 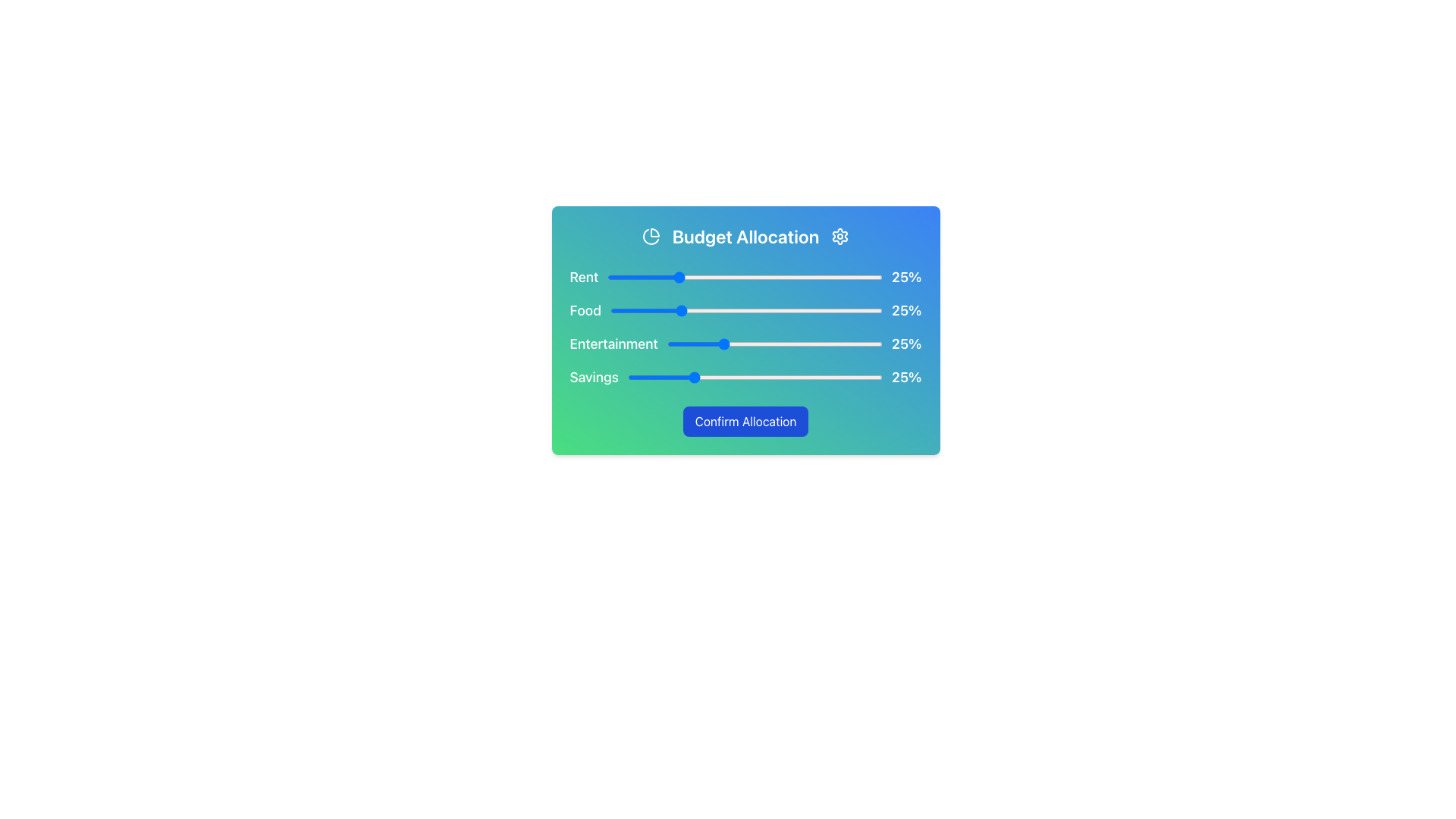 What do you see at coordinates (745, 278) in the screenshot?
I see `the interactive range slider control located between the 'Rent' label and '25%' value` at bounding box center [745, 278].